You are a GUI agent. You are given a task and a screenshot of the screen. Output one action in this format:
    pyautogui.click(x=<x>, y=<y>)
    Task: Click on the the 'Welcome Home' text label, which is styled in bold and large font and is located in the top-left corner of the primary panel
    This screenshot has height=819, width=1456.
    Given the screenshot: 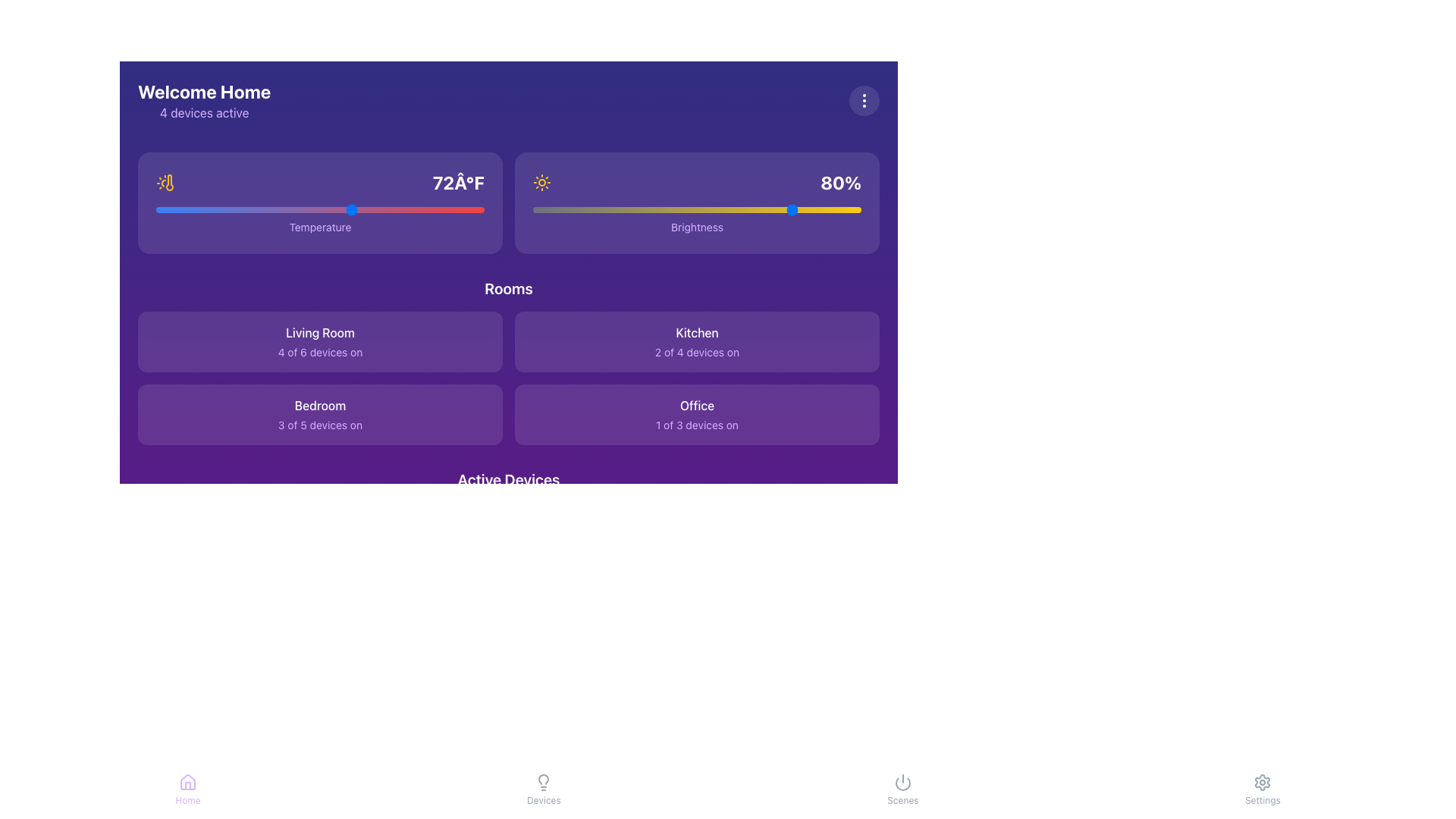 What is the action you would take?
    pyautogui.click(x=203, y=91)
    